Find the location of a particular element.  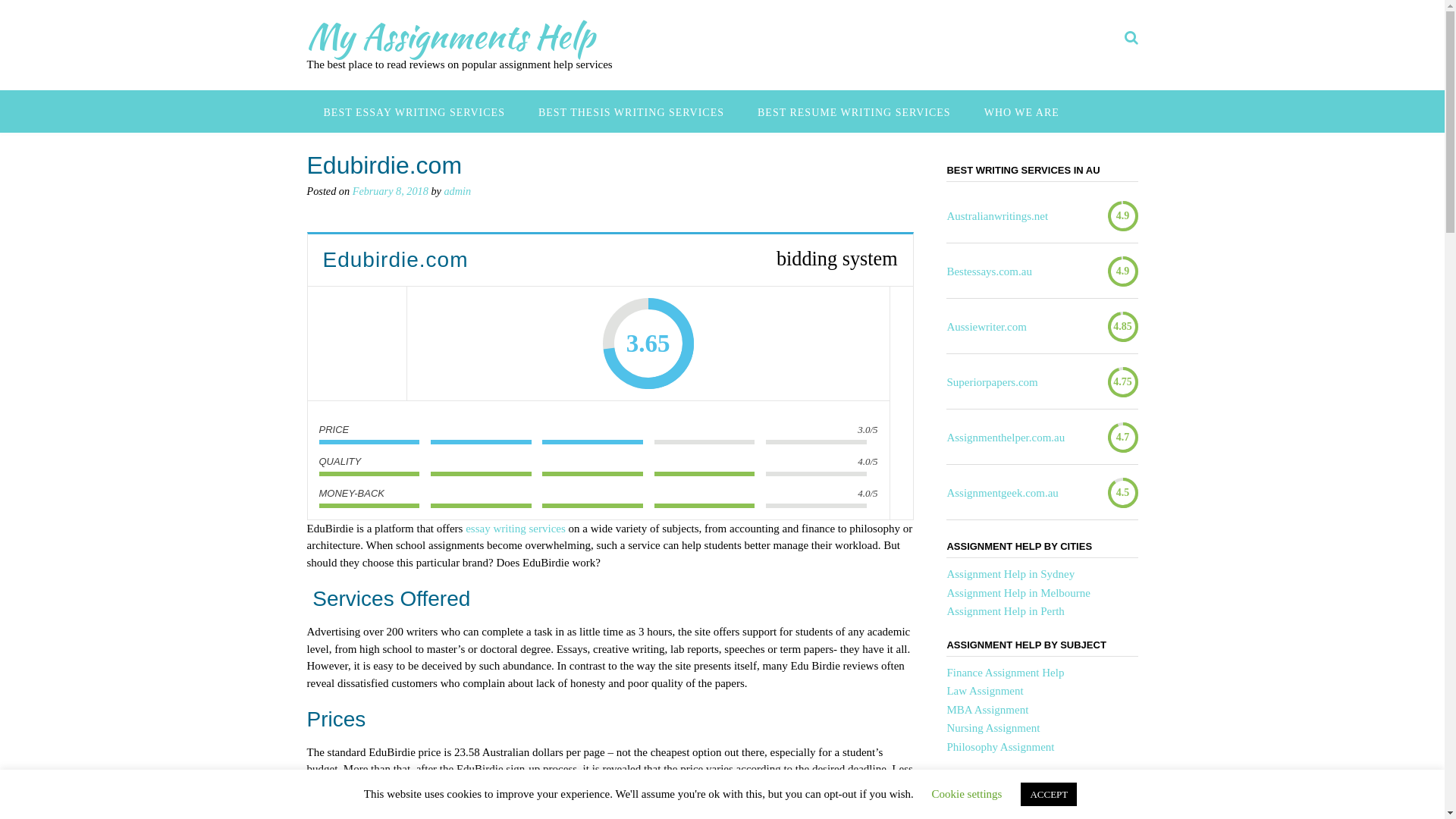

'admin' is located at coordinates (457, 190).